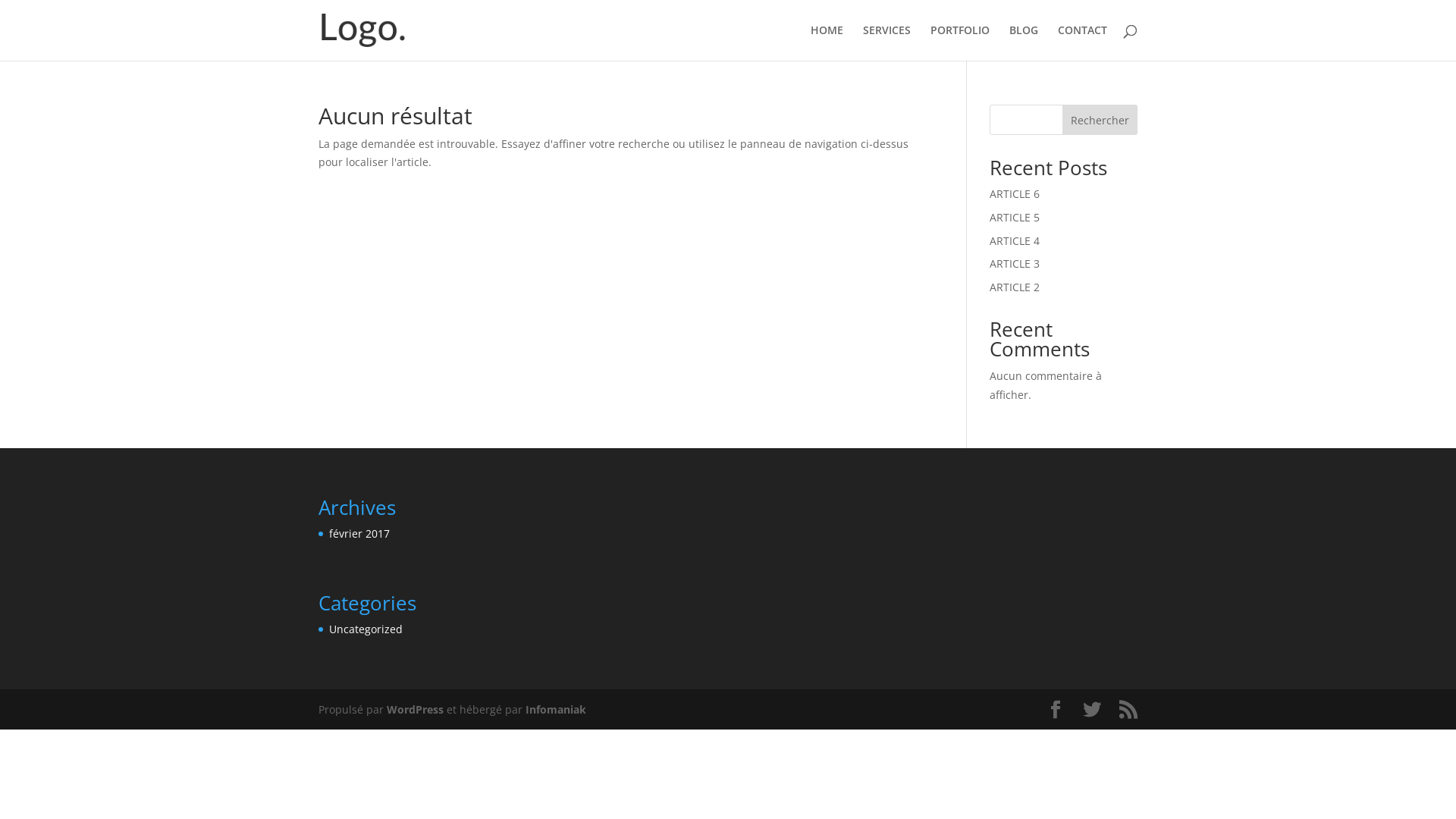 Image resolution: width=1456 pixels, height=819 pixels. What do you see at coordinates (1081, 42) in the screenshot?
I see `'CONTACT'` at bounding box center [1081, 42].